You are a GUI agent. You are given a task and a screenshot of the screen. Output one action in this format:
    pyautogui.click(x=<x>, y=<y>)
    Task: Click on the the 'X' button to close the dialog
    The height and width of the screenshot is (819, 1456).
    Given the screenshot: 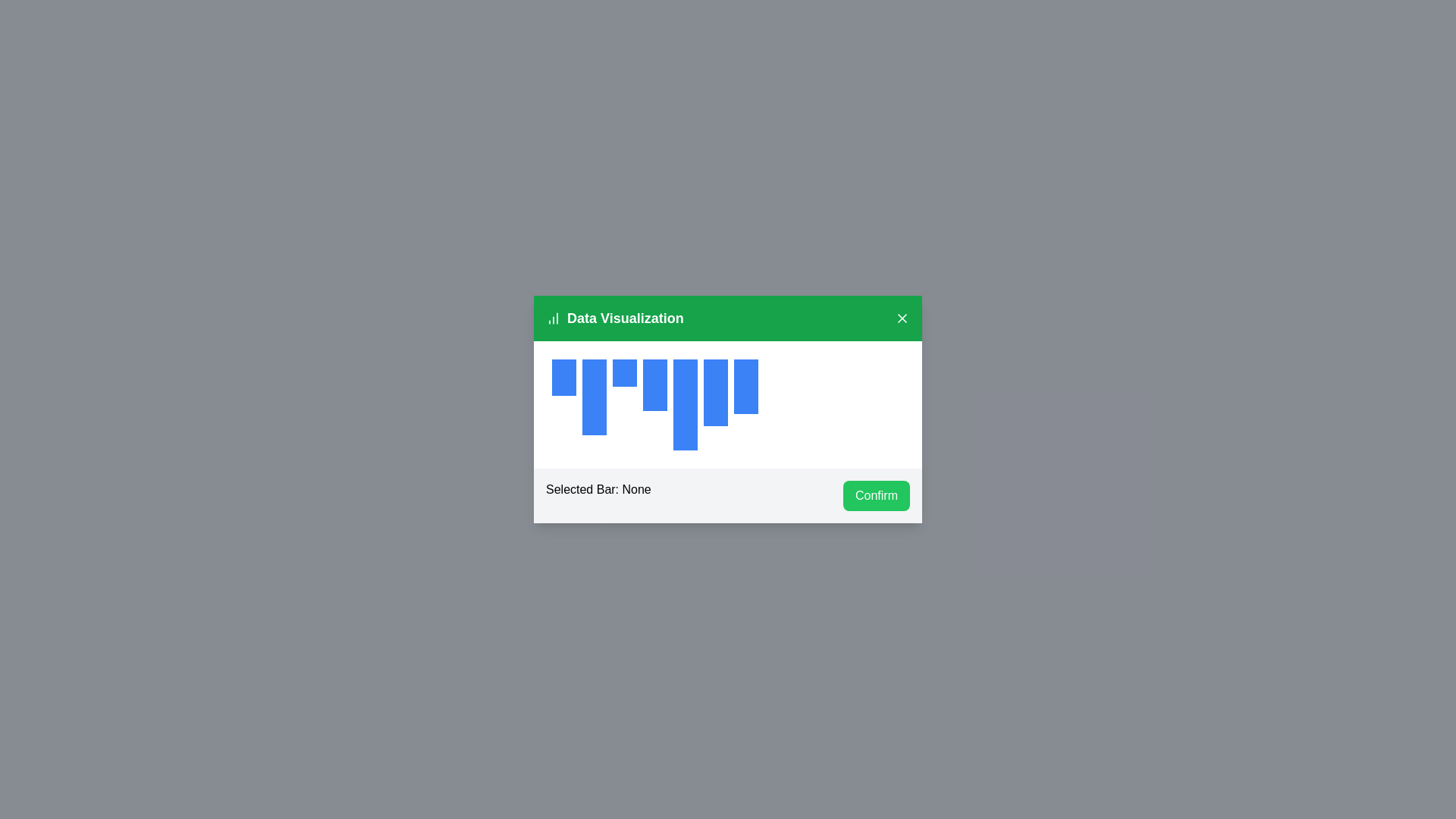 What is the action you would take?
    pyautogui.click(x=902, y=318)
    